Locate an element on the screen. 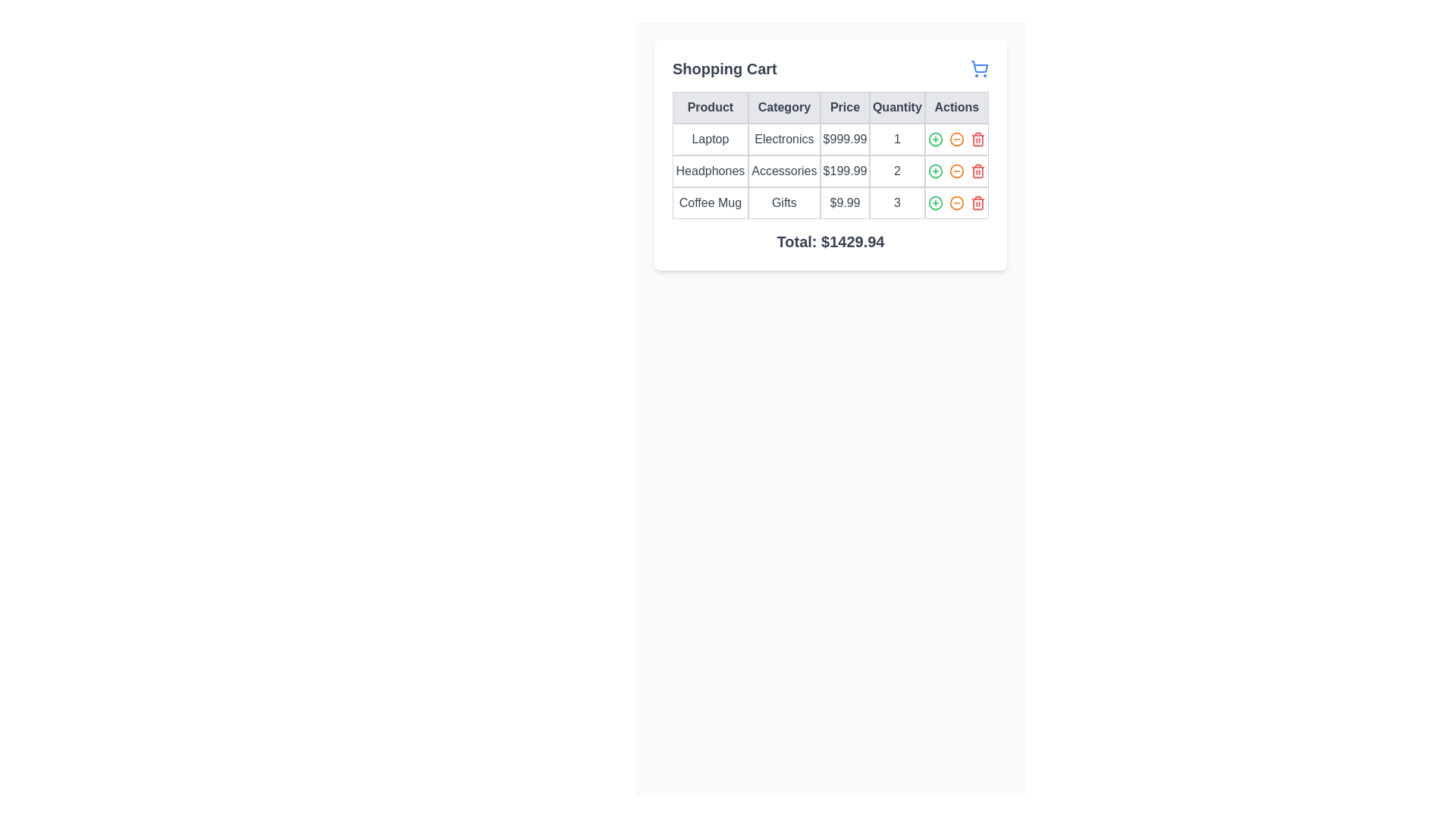 This screenshot has height=819, width=1456. the 'Gifts' text label in the third column of the shopping cart interface for the 'Coffee Mug' product is located at coordinates (784, 202).